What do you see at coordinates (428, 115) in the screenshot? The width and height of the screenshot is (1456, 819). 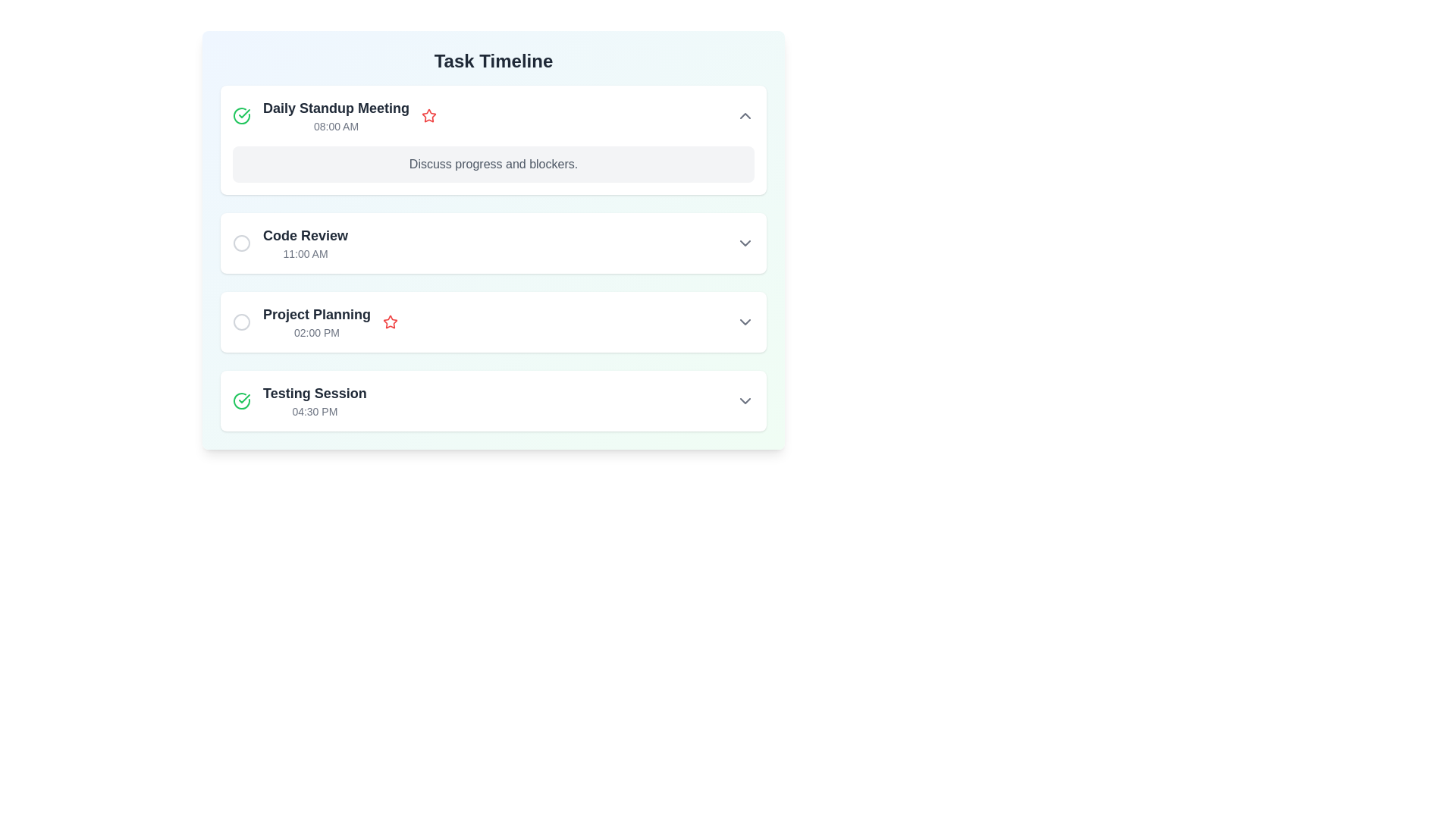 I see `the star icon located immediately to the right of the 'Project Planning' text in the task list, which is used to mark or highlight tasks` at bounding box center [428, 115].